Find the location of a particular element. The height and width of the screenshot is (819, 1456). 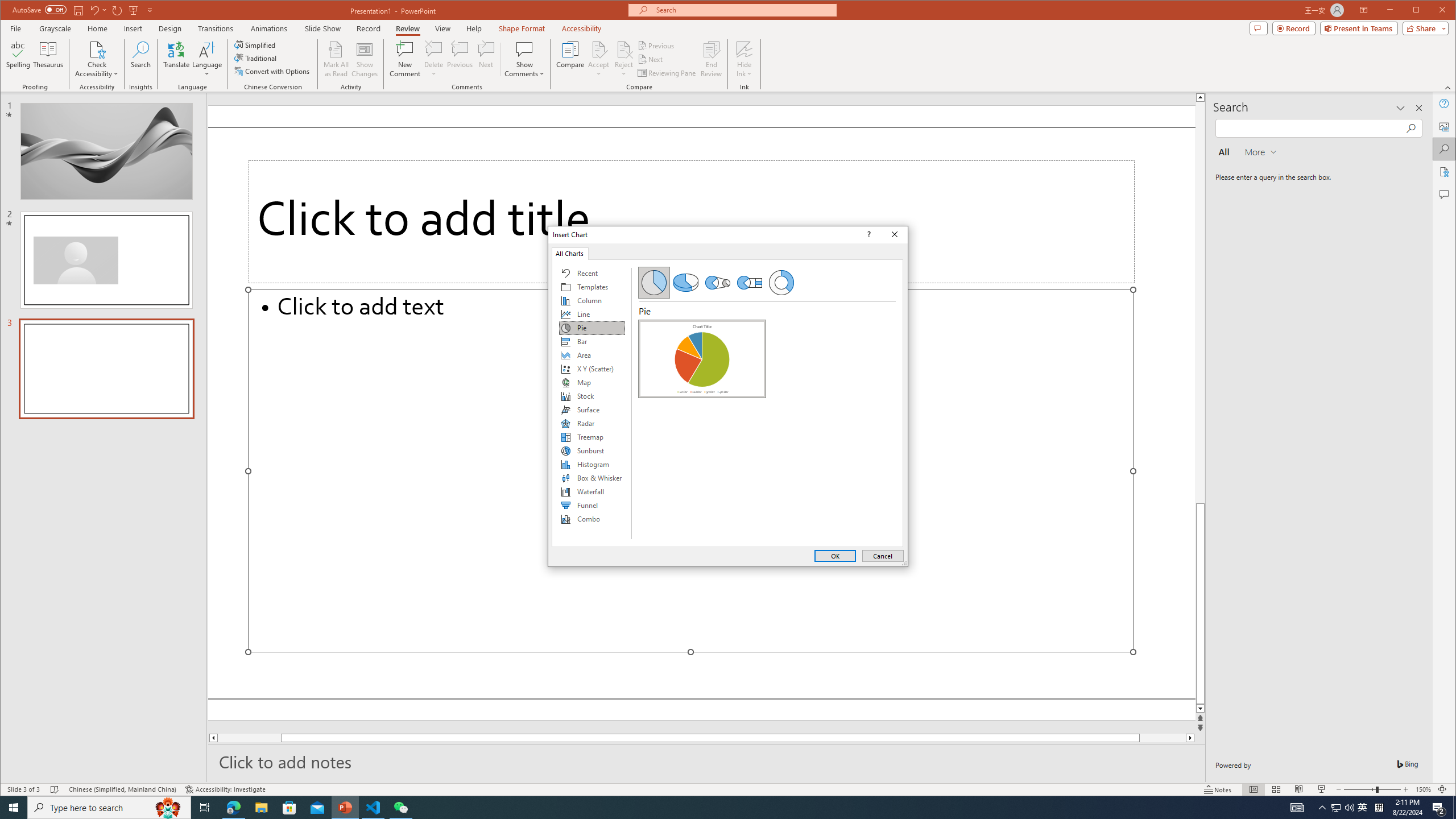

'Treemap' is located at coordinates (591, 436).